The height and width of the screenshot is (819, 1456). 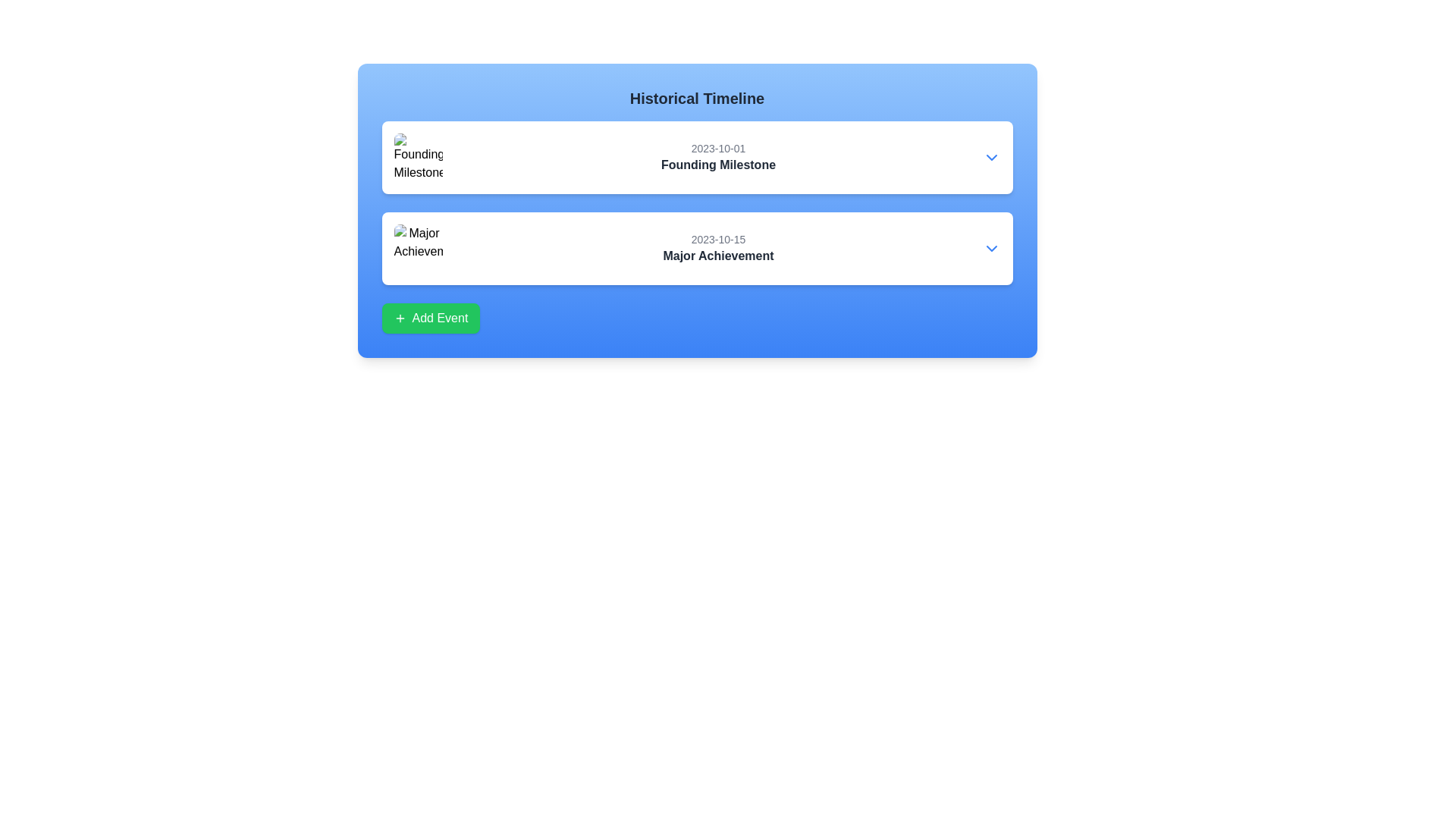 What do you see at coordinates (400, 318) in the screenshot?
I see `the plus sign icon located to the left of the 'Add Event' text within the green button at the bottom left of the 'Historical Timeline' card` at bounding box center [400, 318].